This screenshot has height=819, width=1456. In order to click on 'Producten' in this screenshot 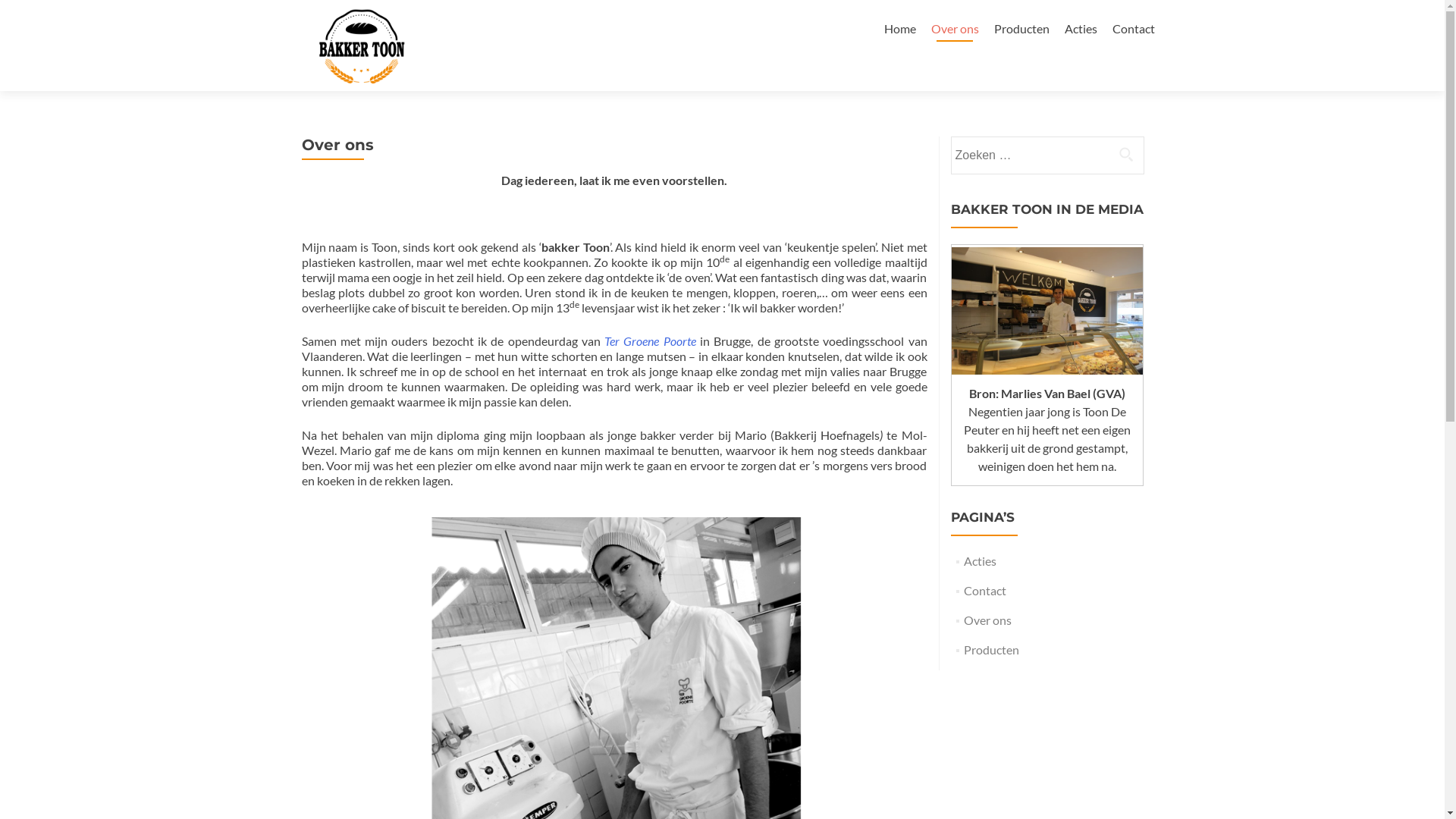, I will do `click(1021, 28)`.